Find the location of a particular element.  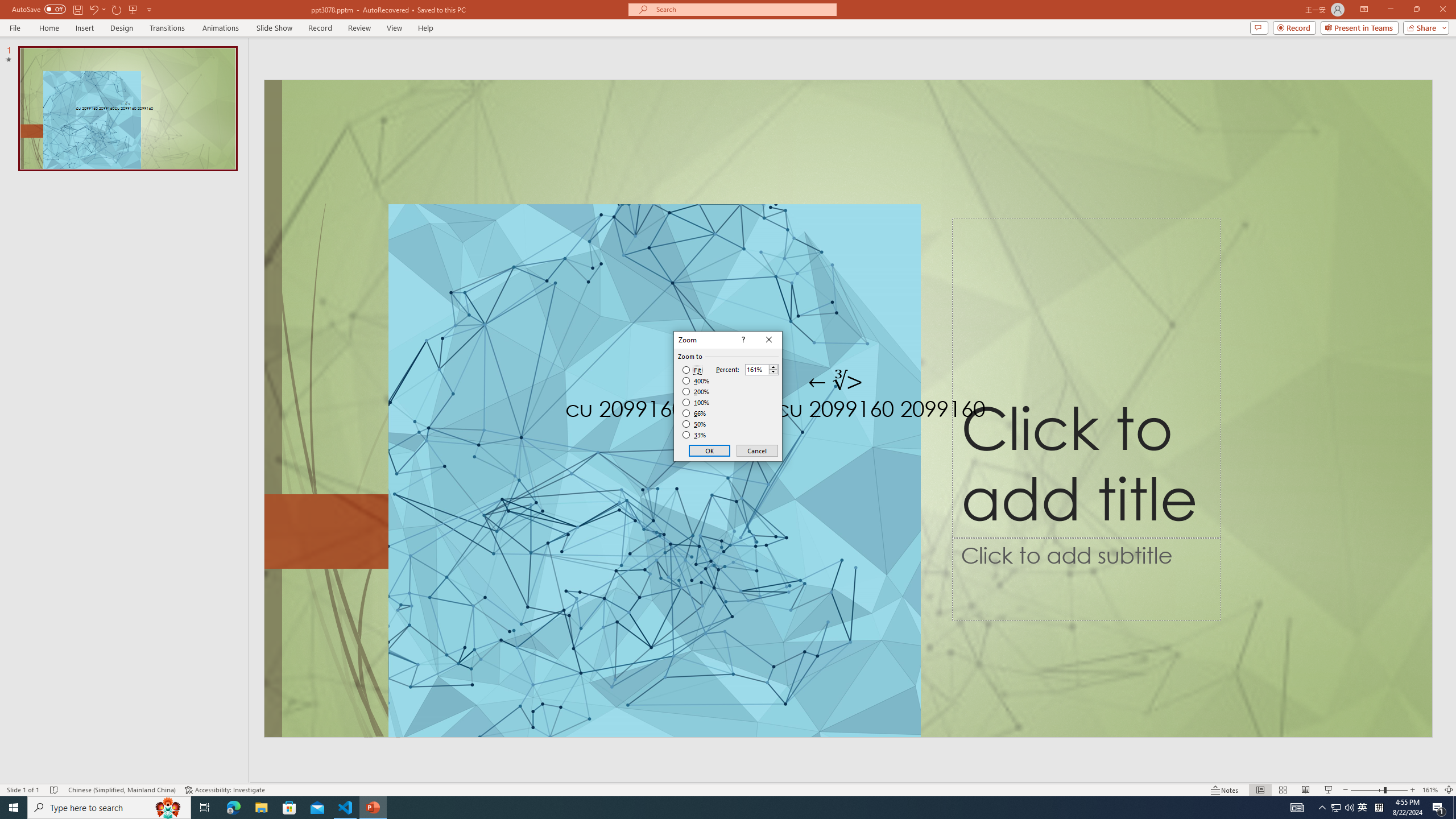

'Percent' is located at coordinates (756, 370).